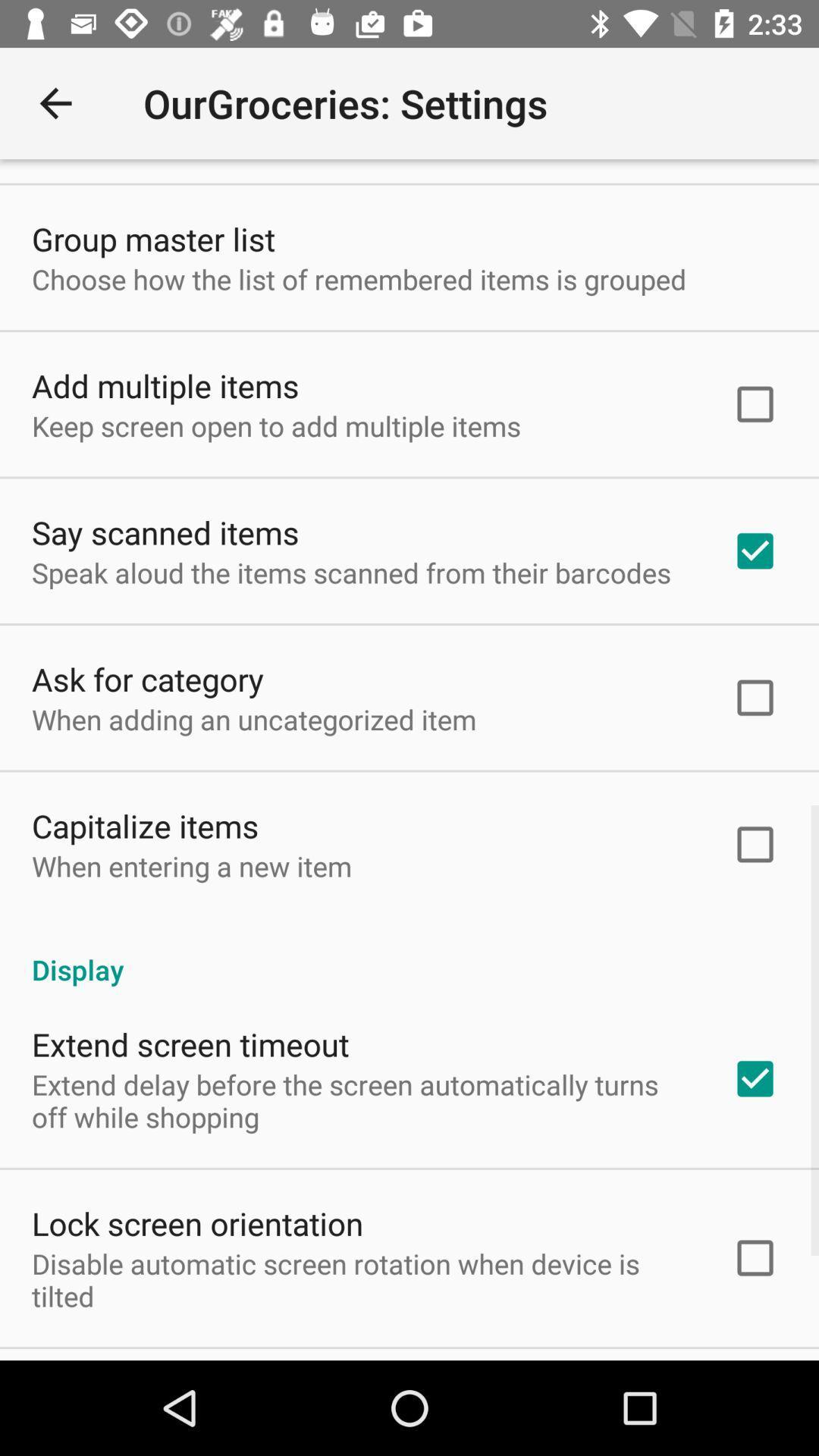 Image resolution: width=819 pixels, height=1456 pixels. I want to click on the item above the when entering a icon, so click(145, 825).